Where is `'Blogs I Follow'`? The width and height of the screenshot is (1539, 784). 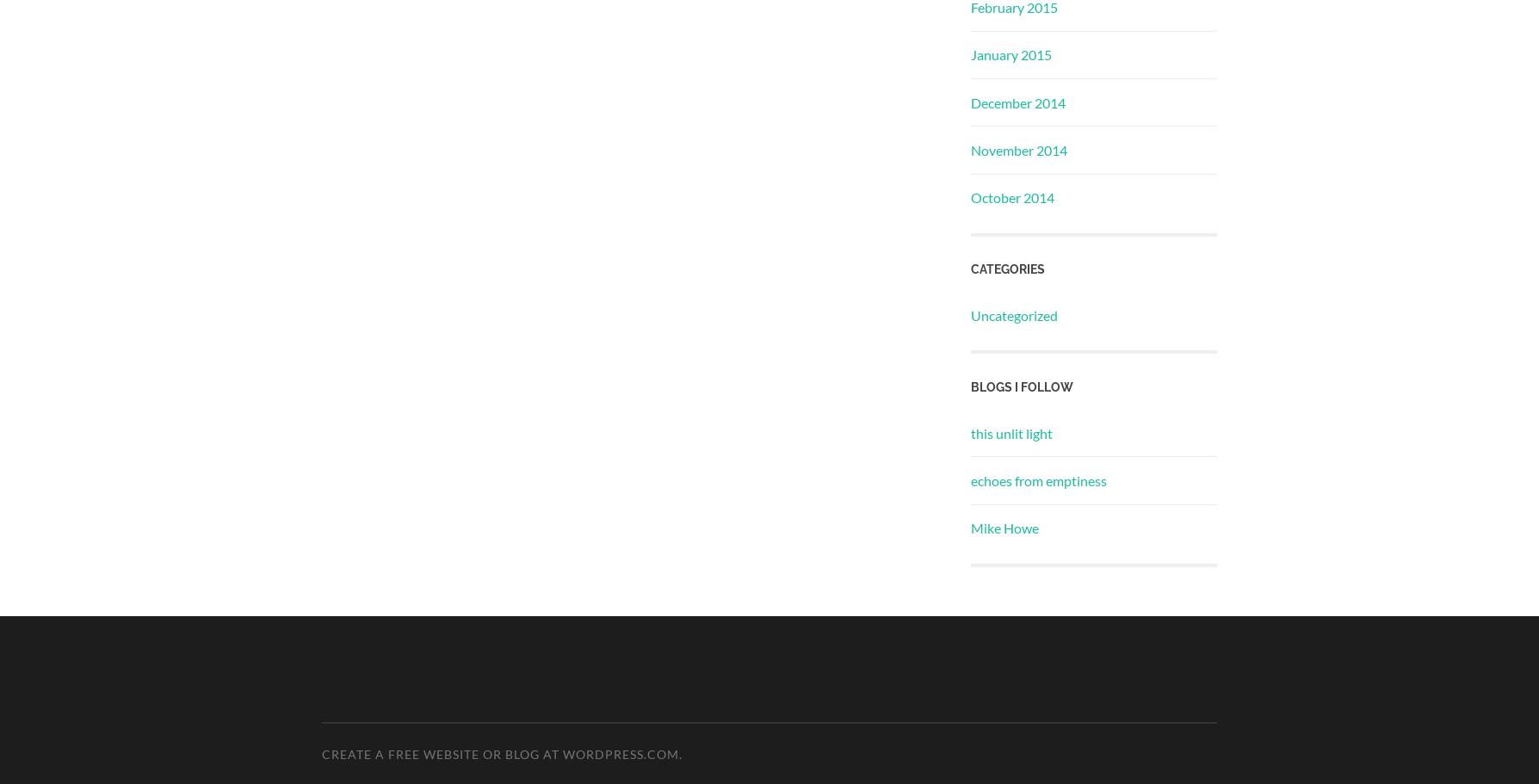 'Blogs I Follow' is located at coordinates (1021, 386).